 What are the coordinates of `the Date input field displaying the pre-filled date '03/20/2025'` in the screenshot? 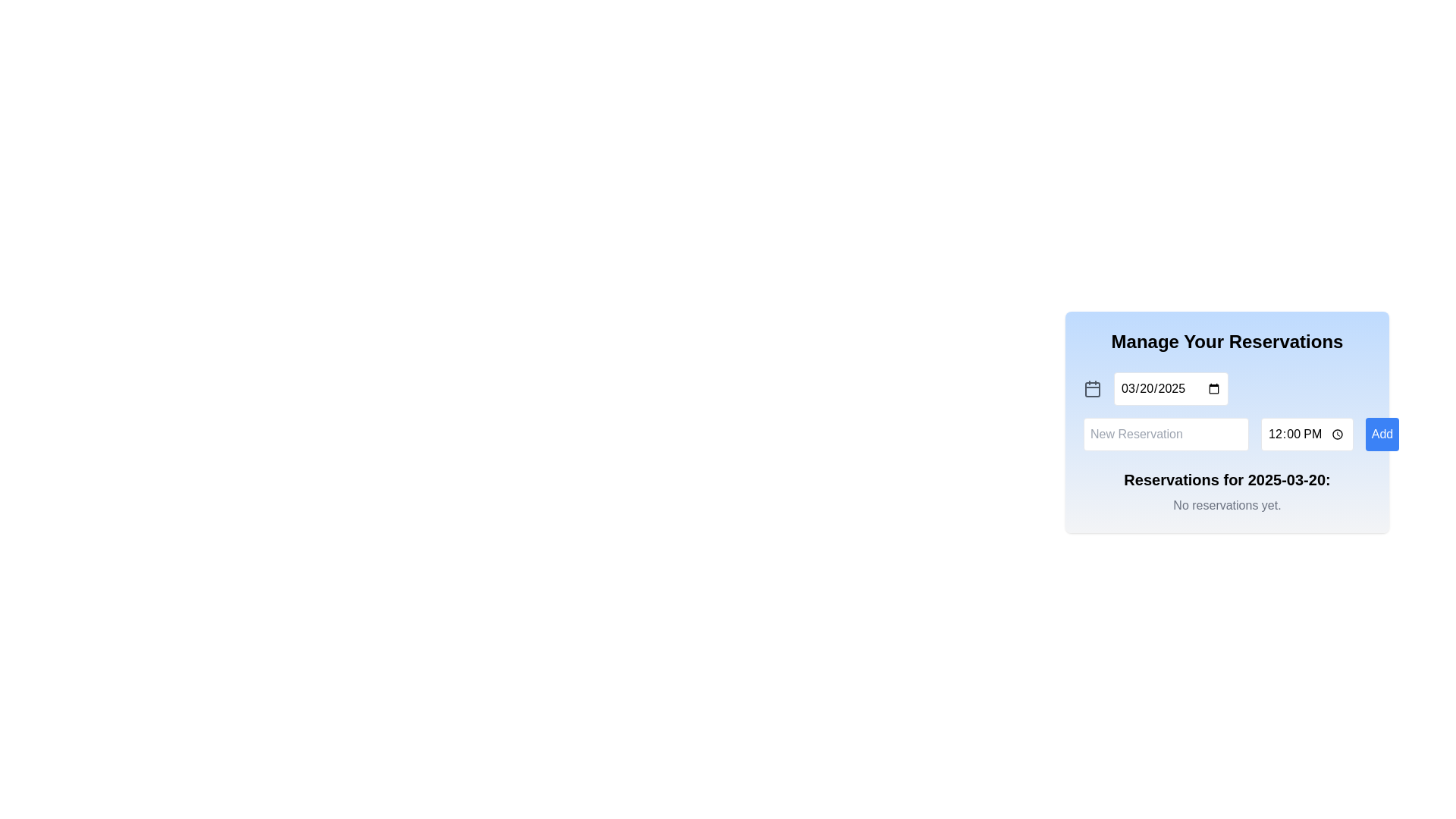 It's located at (1170, 388).